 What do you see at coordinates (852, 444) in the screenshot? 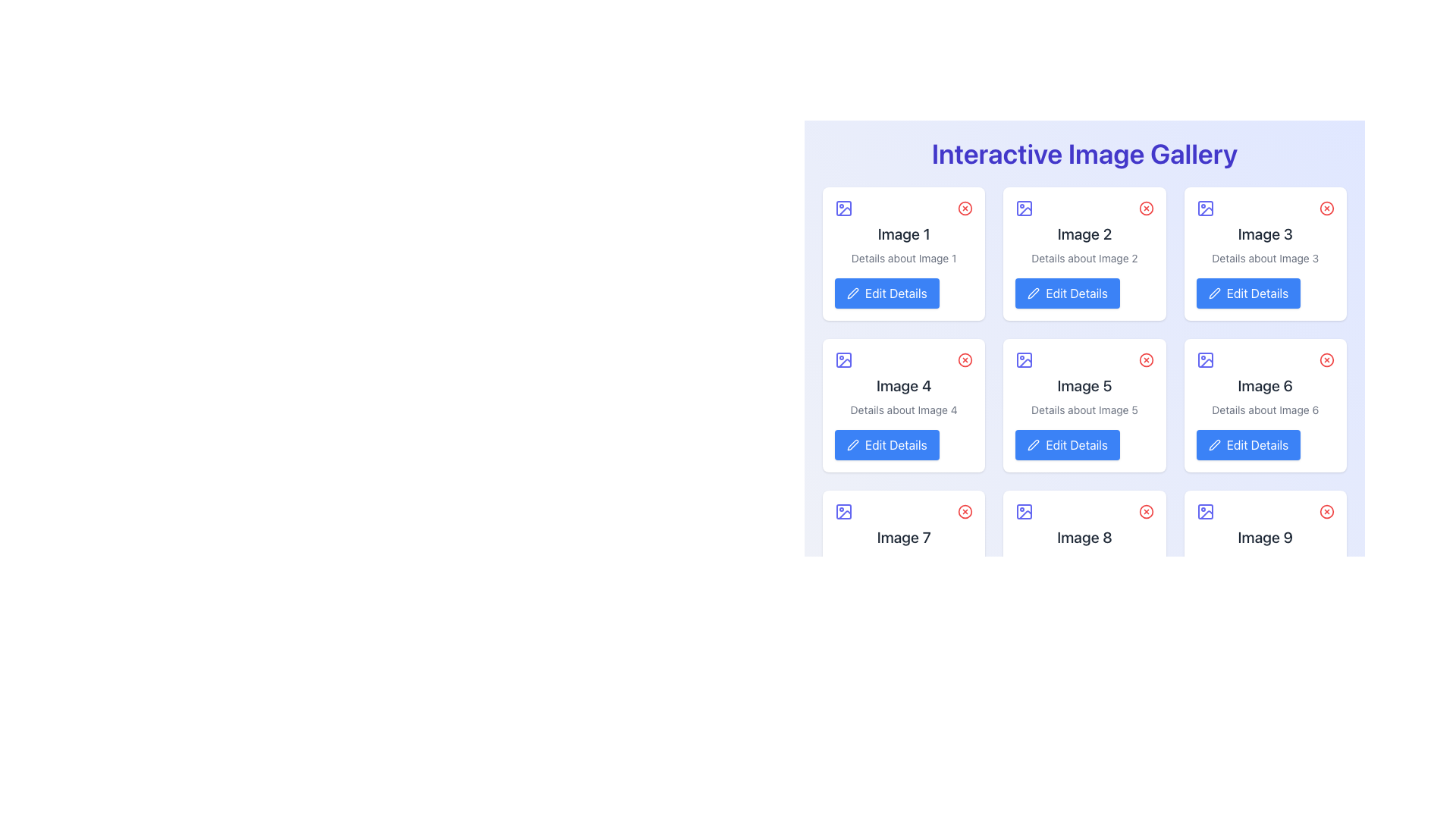
I see `the edit icon located in the second column of the second row of the image card labeled 'Image 4'` at bounding box center [852, 444].